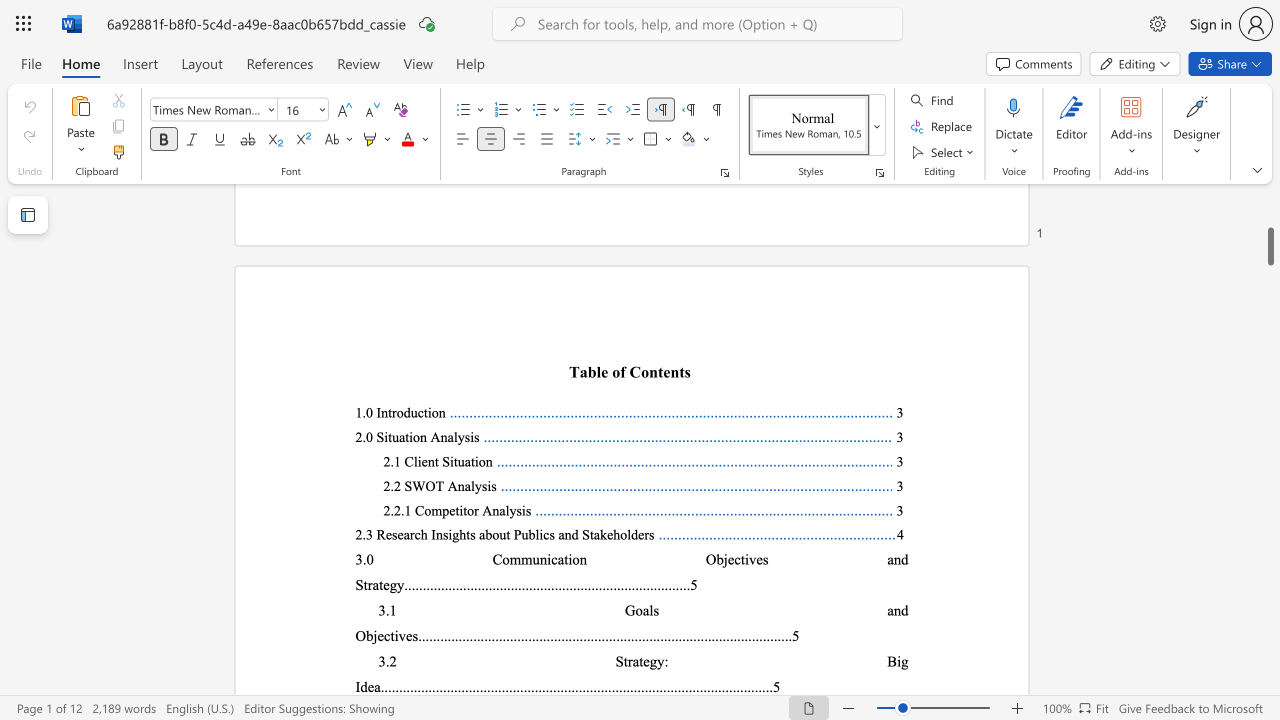 The image size is (1280, 720). I want to click on the subset text "..............................." within the text "......................................................................................................", so click(573, 686).